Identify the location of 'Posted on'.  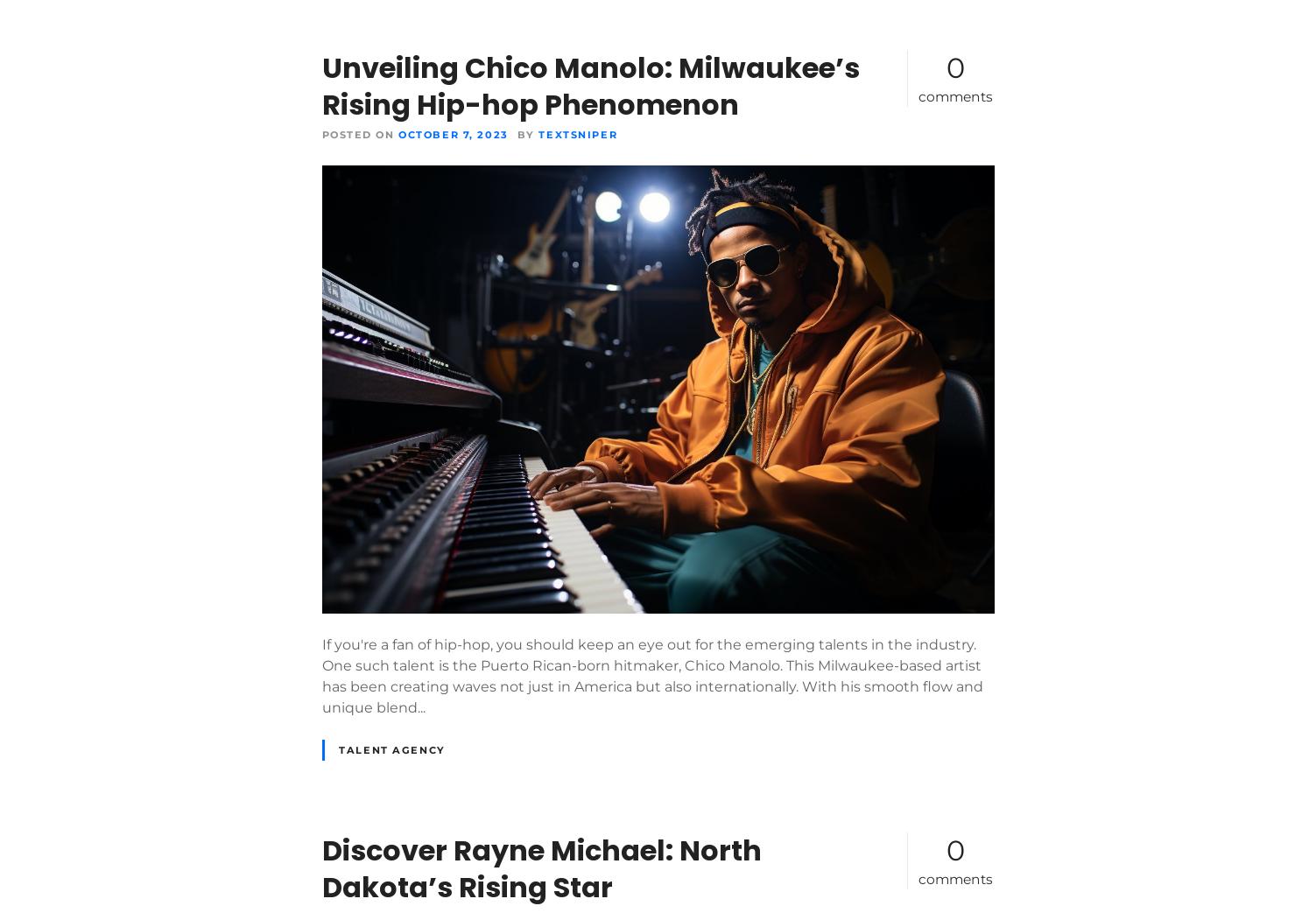
(357, 133).